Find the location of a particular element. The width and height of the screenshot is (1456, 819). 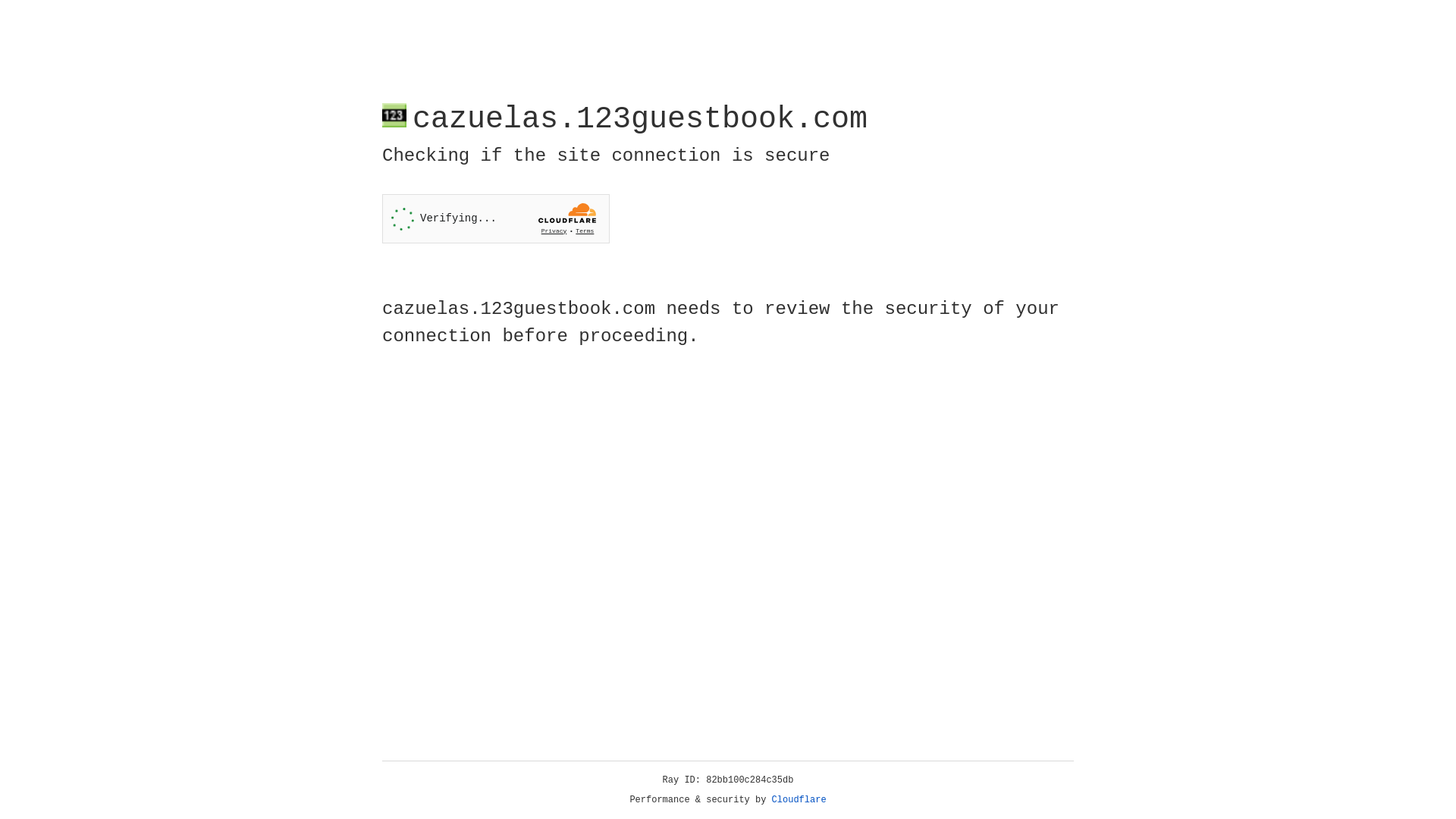

'Widget containing a Cloudflare security challenge' is located at coordinates (495, 218).